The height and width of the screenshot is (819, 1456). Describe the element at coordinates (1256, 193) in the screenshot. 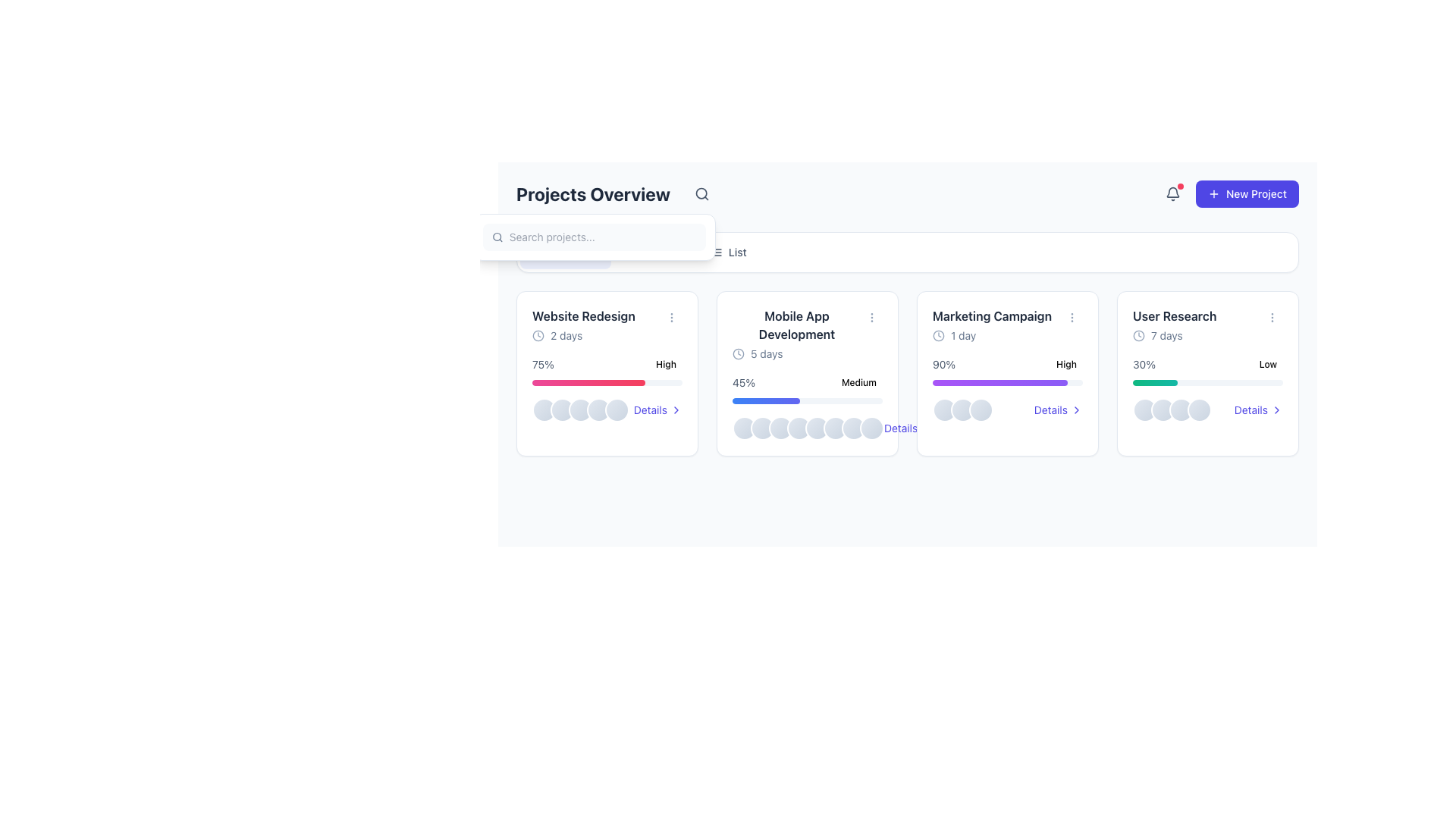

I see `the 'New Project' text element, which is displayed in bold white text against a blue background, located in the top-right corner of the interface` at that location.